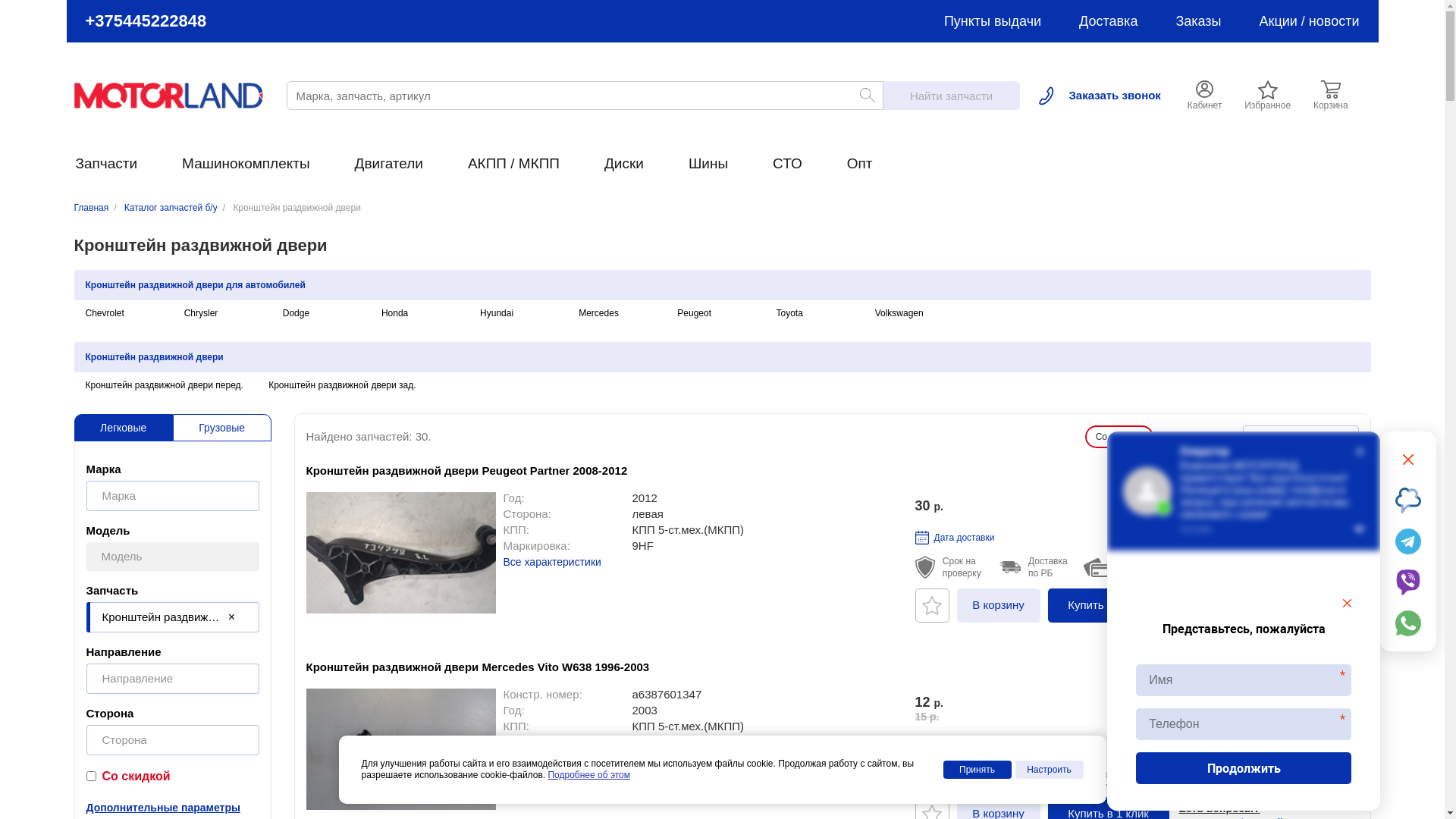 This screenshot has height=819, width=1456. I want to click on 'Honda', so click(394, 312).